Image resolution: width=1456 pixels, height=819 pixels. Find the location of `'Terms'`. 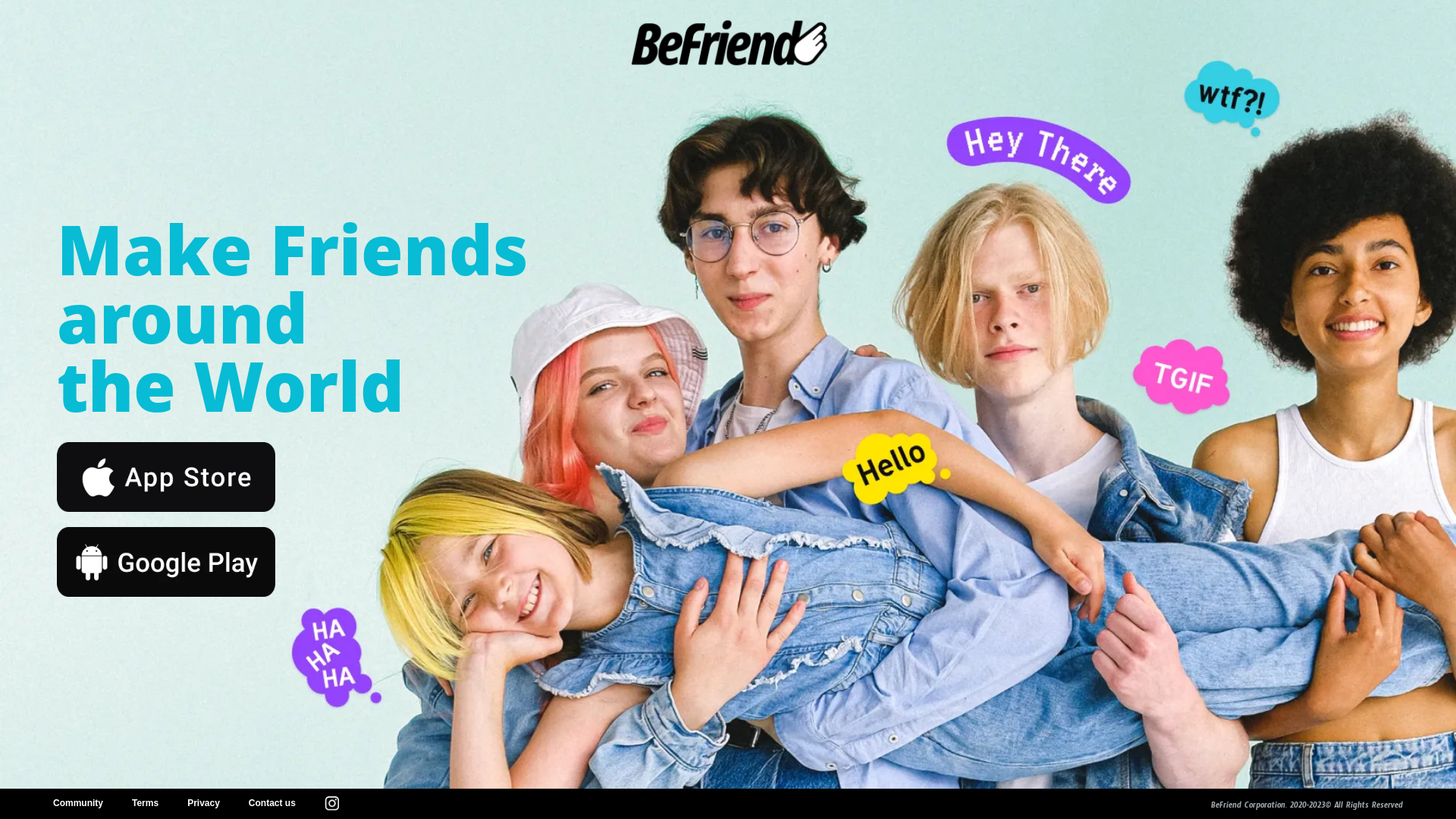

'Terms' is located at coordinates (131, 802).